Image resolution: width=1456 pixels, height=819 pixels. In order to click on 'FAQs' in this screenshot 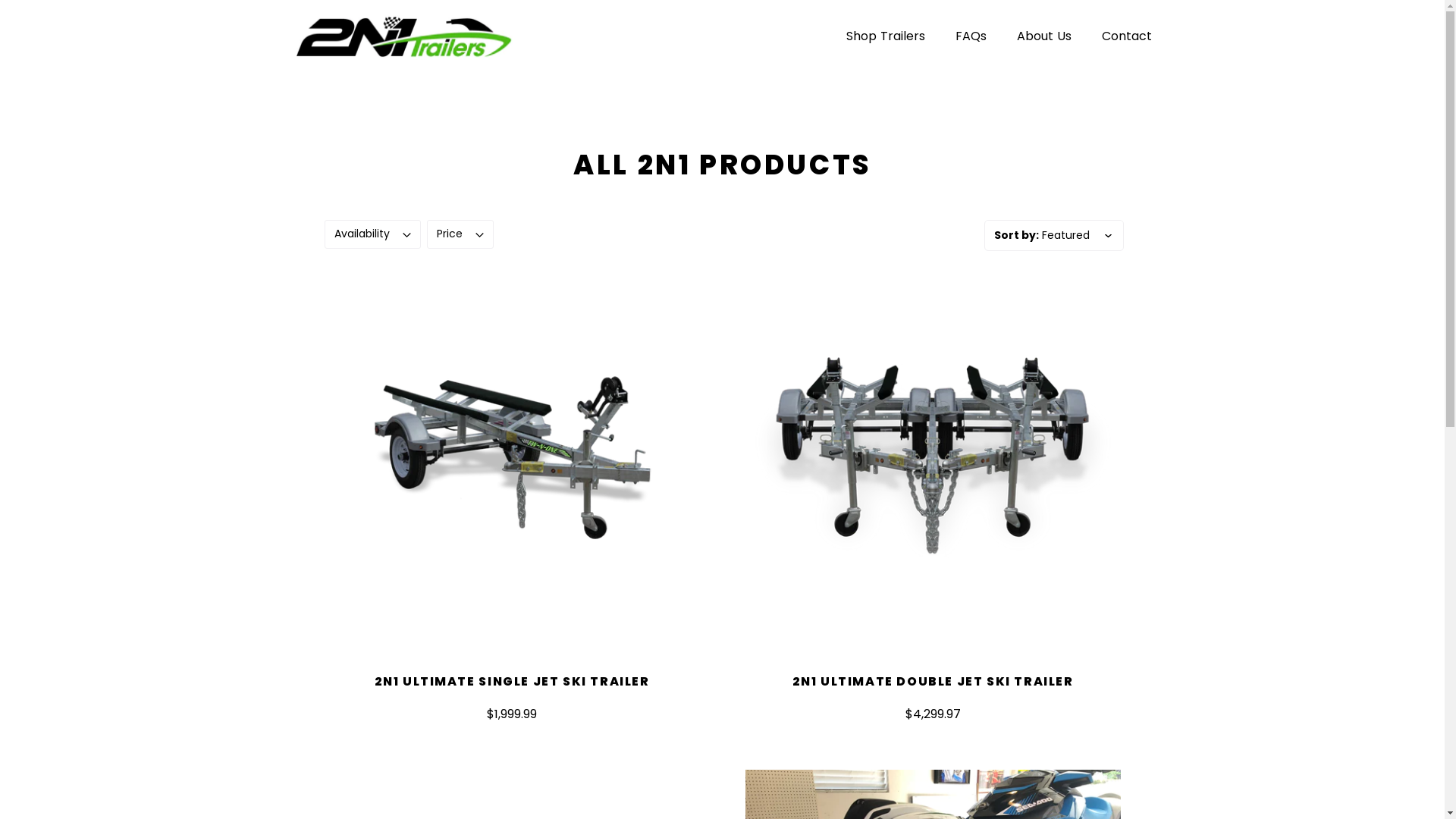, I will do `click(939, 35)`.